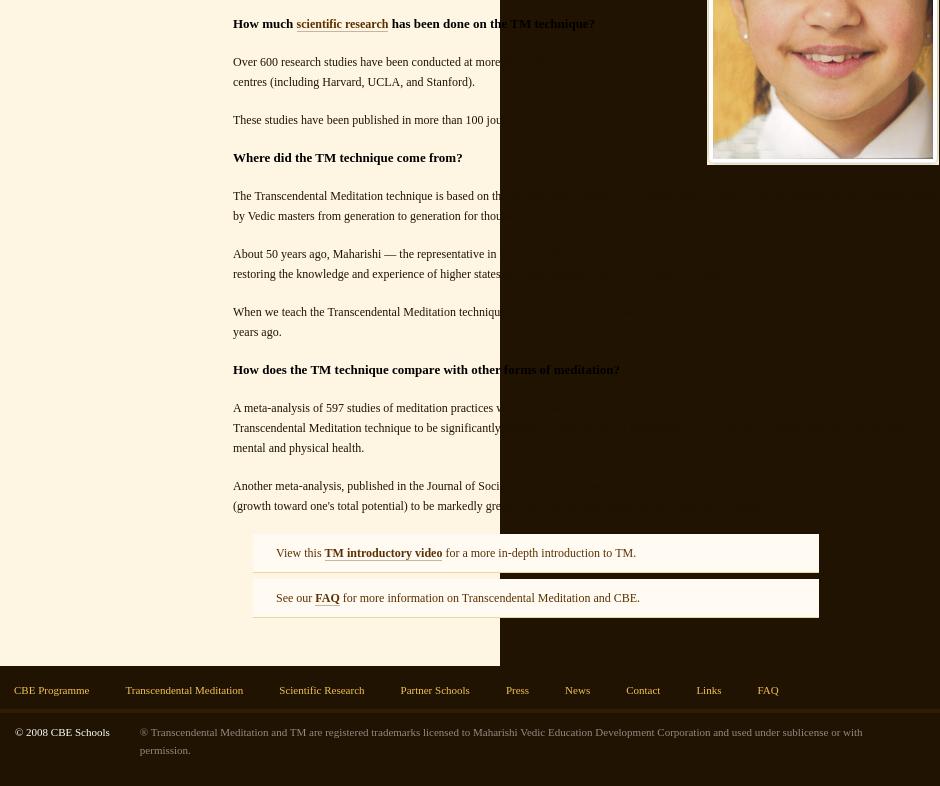 Image resolution: width=940 pixels, height=786 pixels. I want to click on 'Where did the TM technique come from?', so click(232, 156).